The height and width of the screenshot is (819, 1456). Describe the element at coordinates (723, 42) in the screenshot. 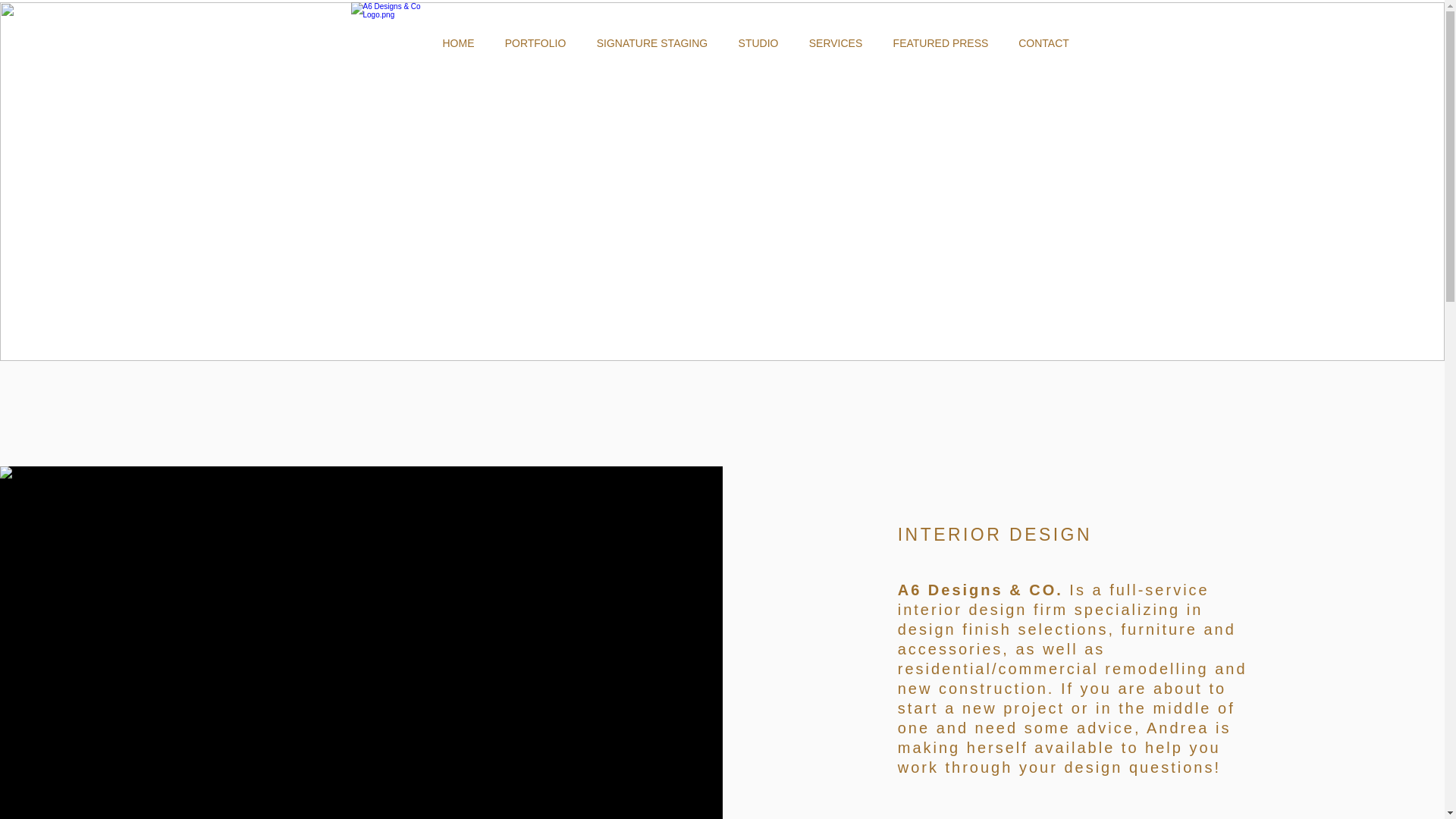

I see `'STUDIO'` at that location.